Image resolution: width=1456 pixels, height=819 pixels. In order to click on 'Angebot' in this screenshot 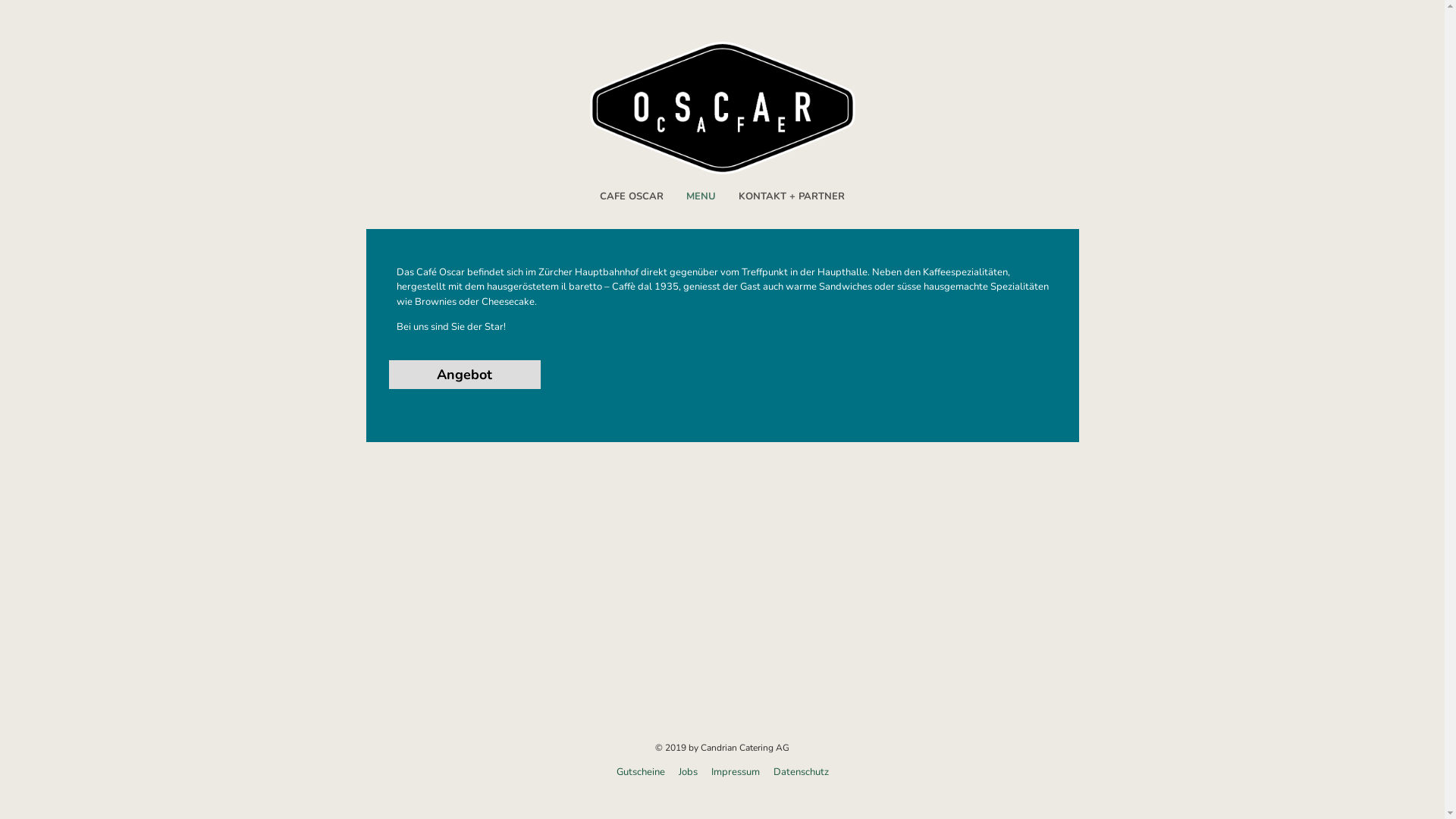, I will do `click(436, 374)`.